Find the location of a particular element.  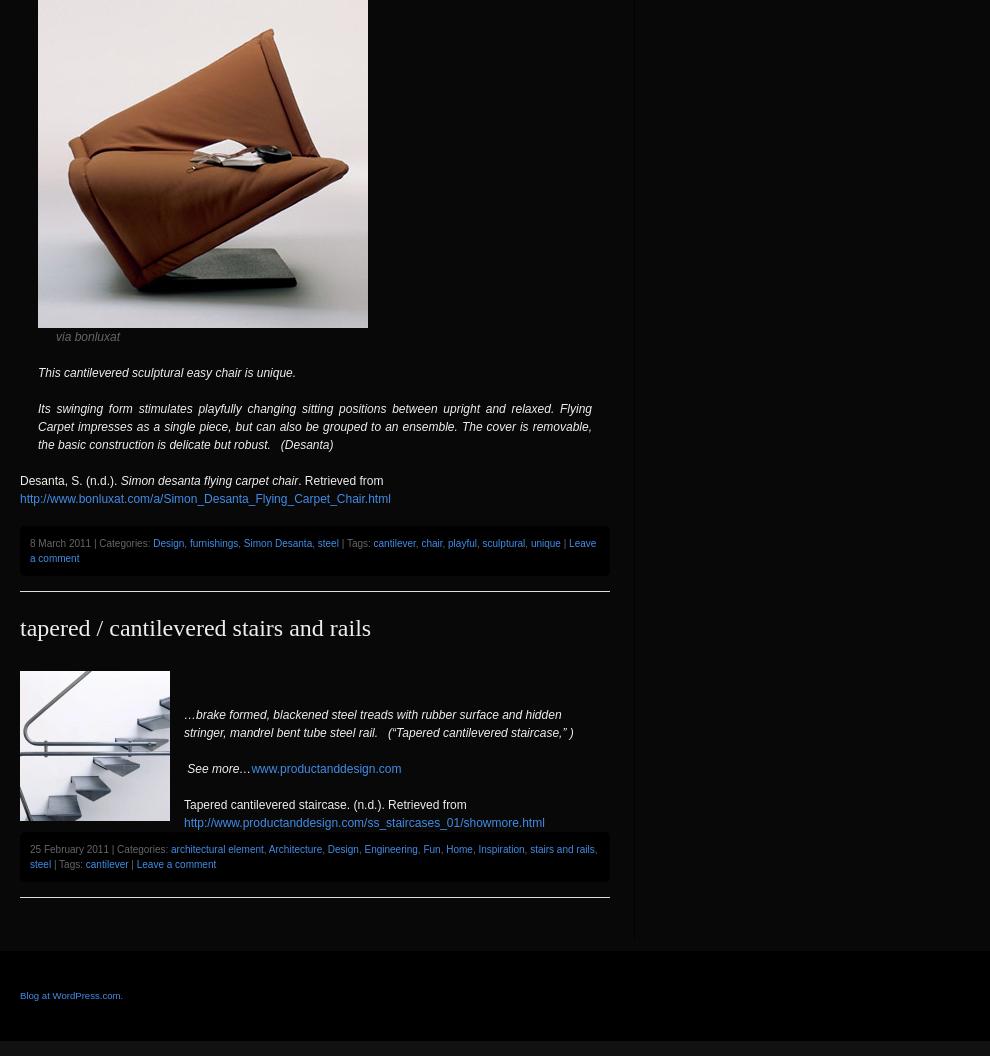

'via bonluxat' is located at coordinates (88, 335).